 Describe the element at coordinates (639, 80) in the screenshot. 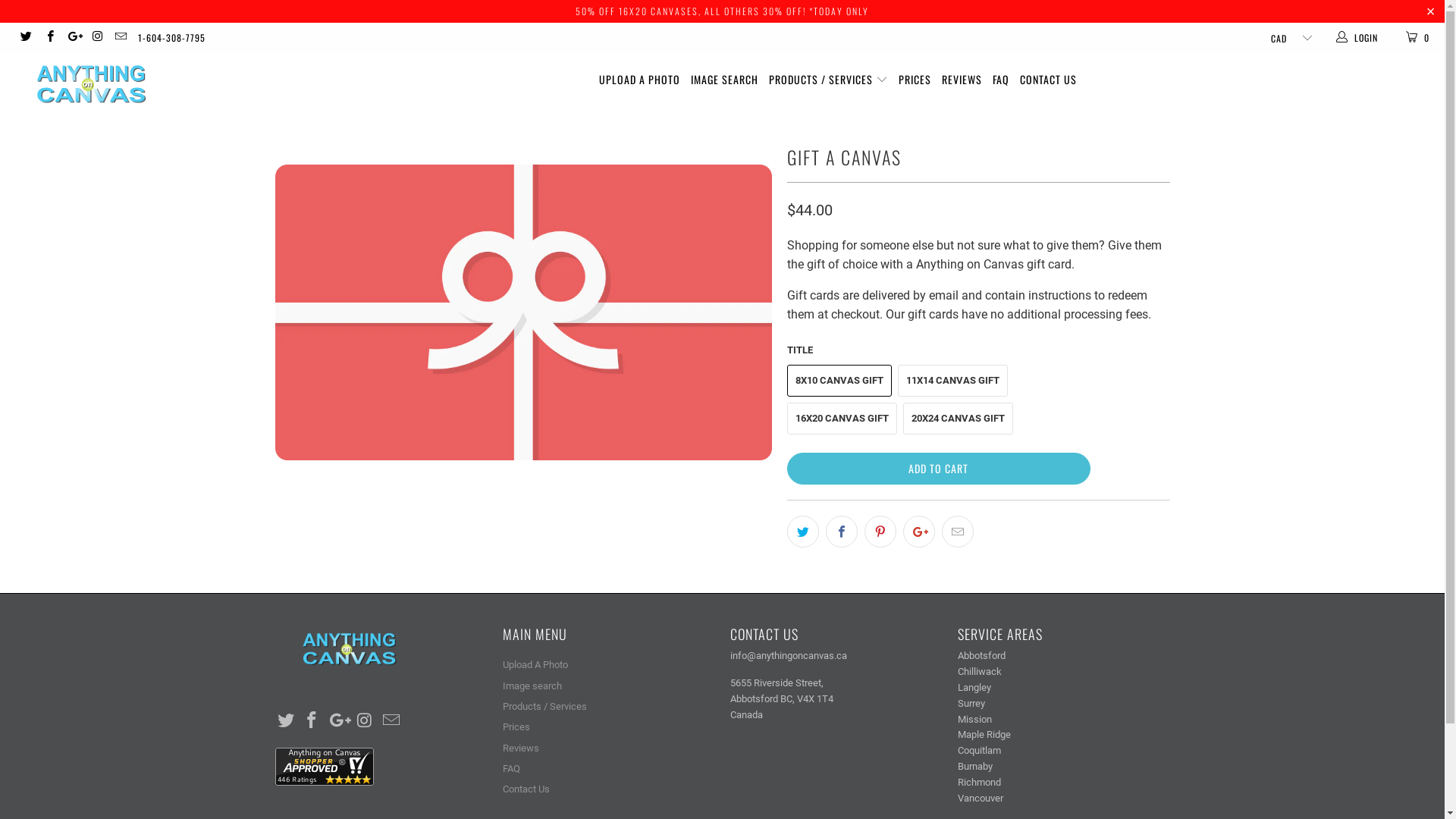

I see `'UPLOAD A PHOTO'` at that location.